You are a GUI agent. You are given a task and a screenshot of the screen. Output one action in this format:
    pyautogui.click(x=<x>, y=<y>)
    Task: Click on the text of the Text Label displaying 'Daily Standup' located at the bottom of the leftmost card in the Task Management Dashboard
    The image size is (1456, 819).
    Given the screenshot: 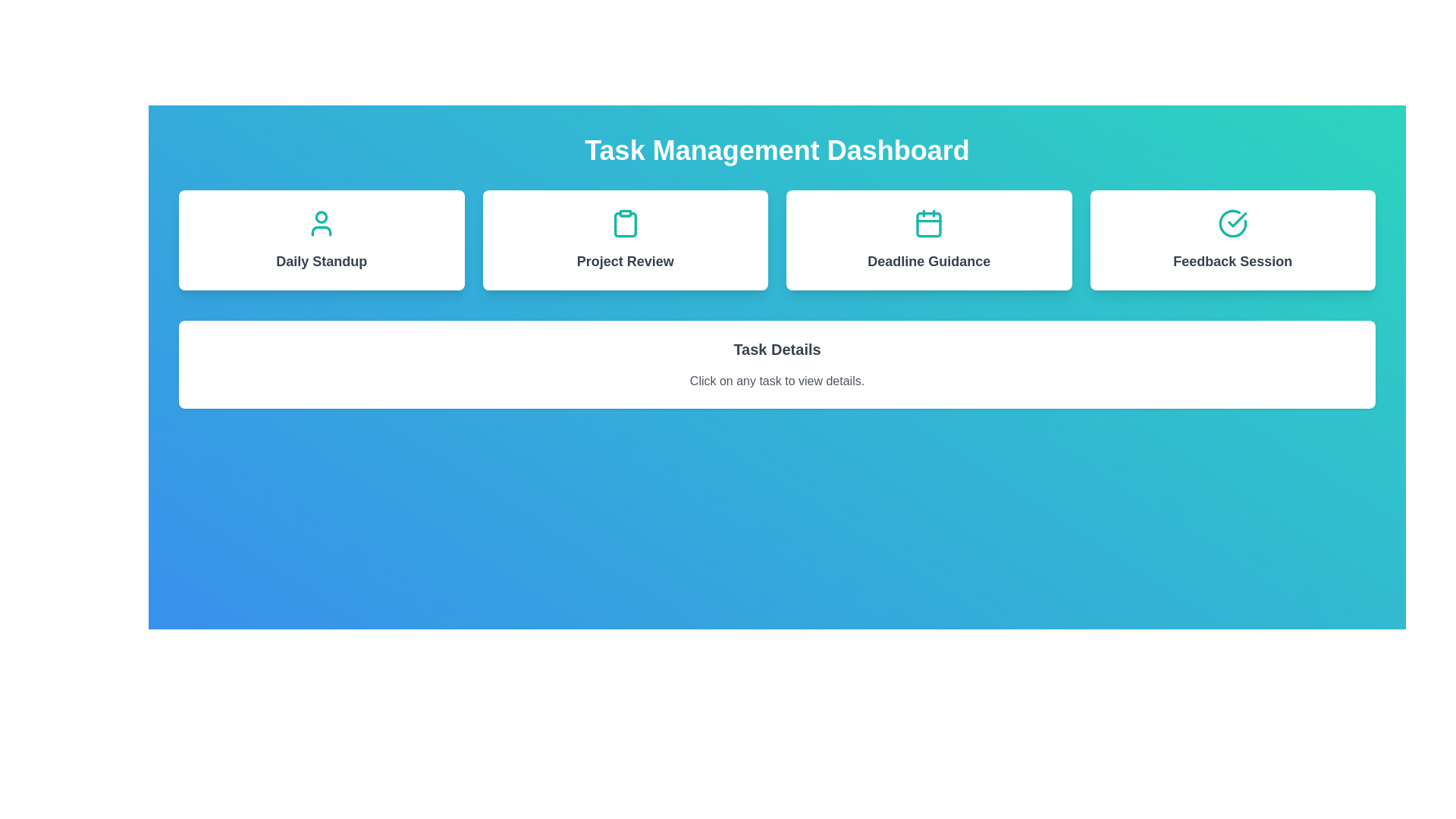 What is the action you would take?
    pyautogui.click(x=321, y=260)
    